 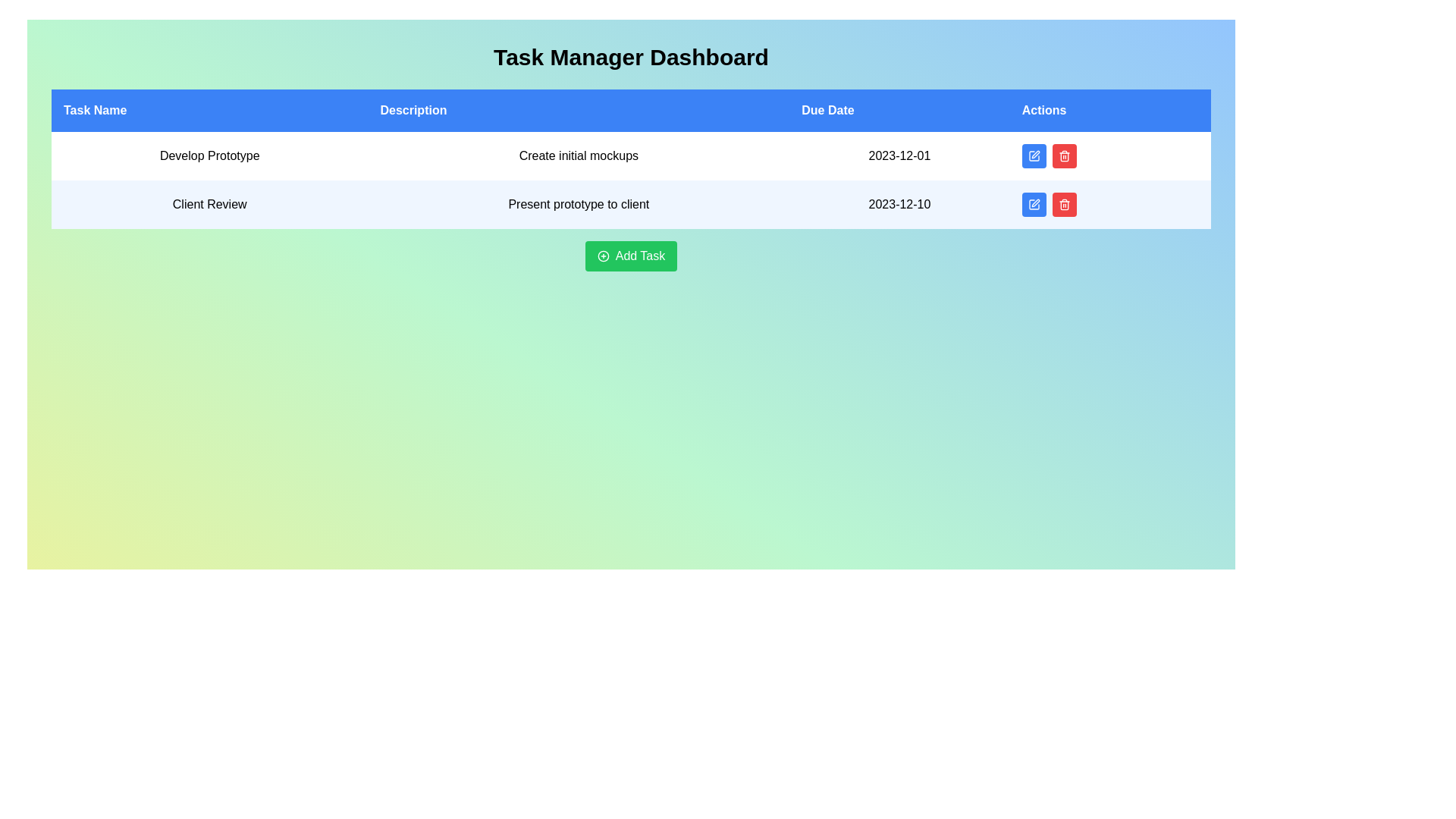 What do you see at coordinates (1033, 205) in the screenshot?
I see `the edit button located in the 'Actions' column of the second row of the table` at bounding box center [1033, 205].